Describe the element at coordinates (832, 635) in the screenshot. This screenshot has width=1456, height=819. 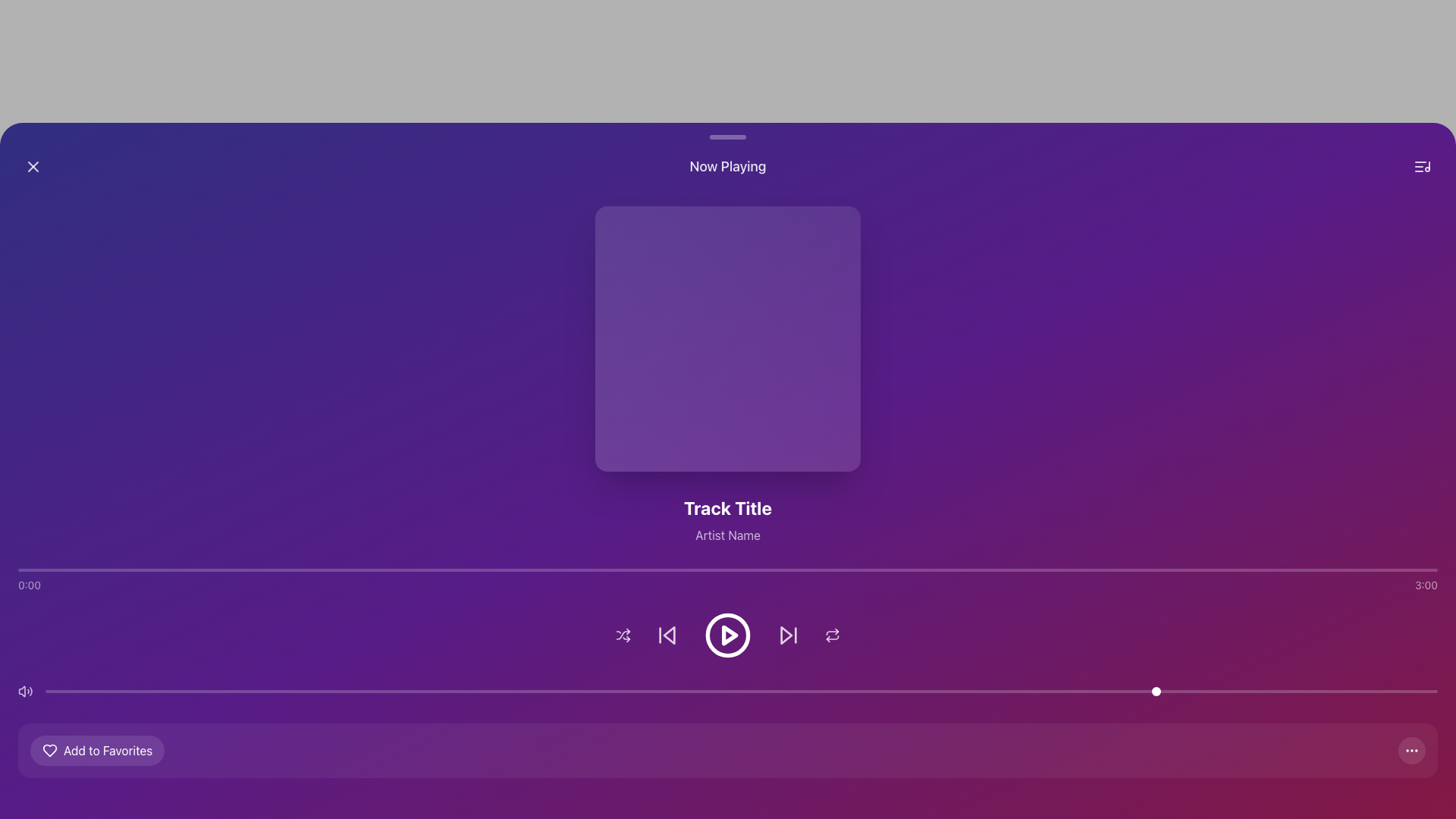
I see `the repeat toggle button, which is a circular icon with two arrows forming a loop, located at the farthest right in the horizontal menu near the bottom center of the interface` at that location.